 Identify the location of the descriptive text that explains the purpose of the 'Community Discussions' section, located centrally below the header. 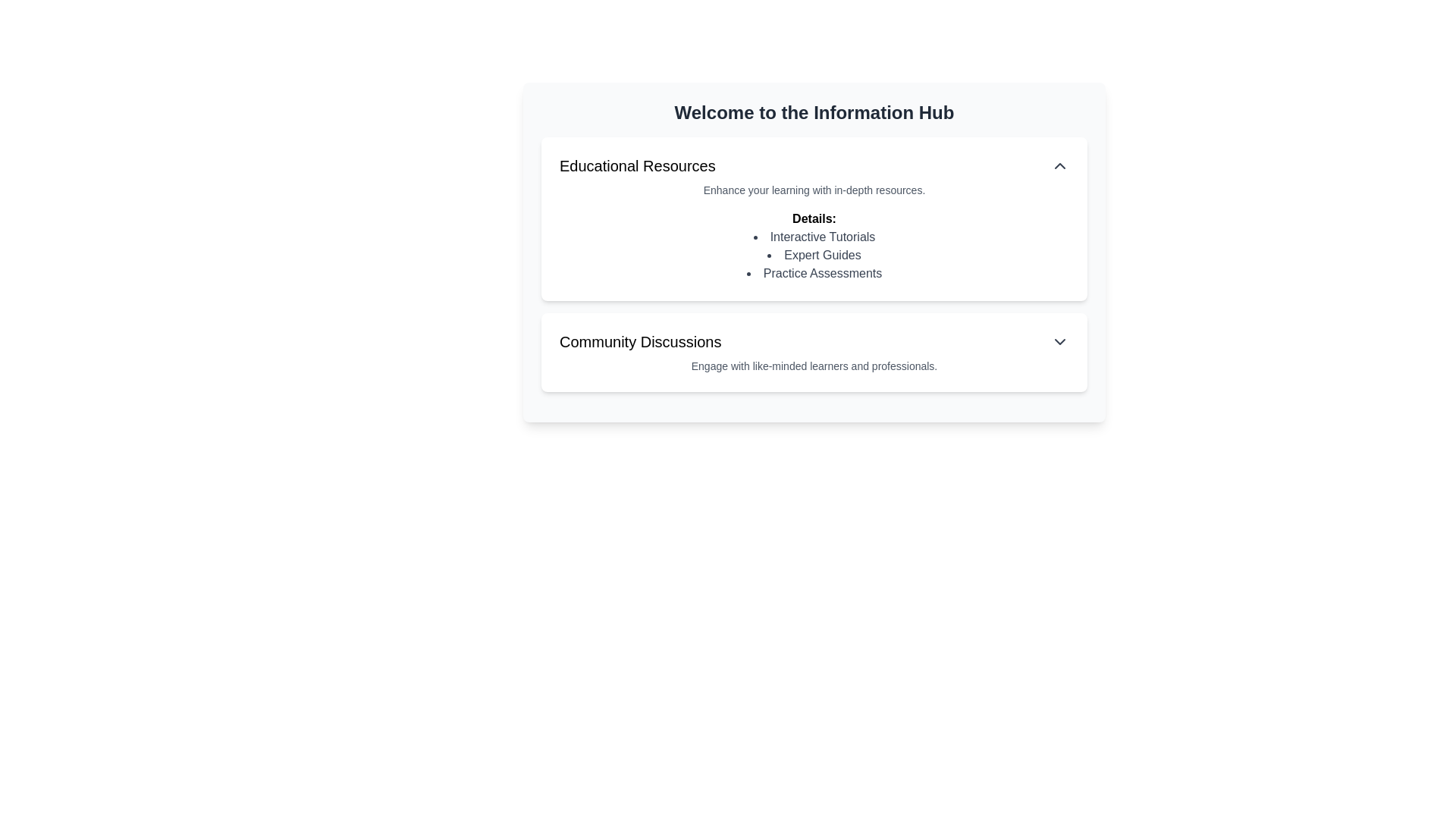
(814, 366).